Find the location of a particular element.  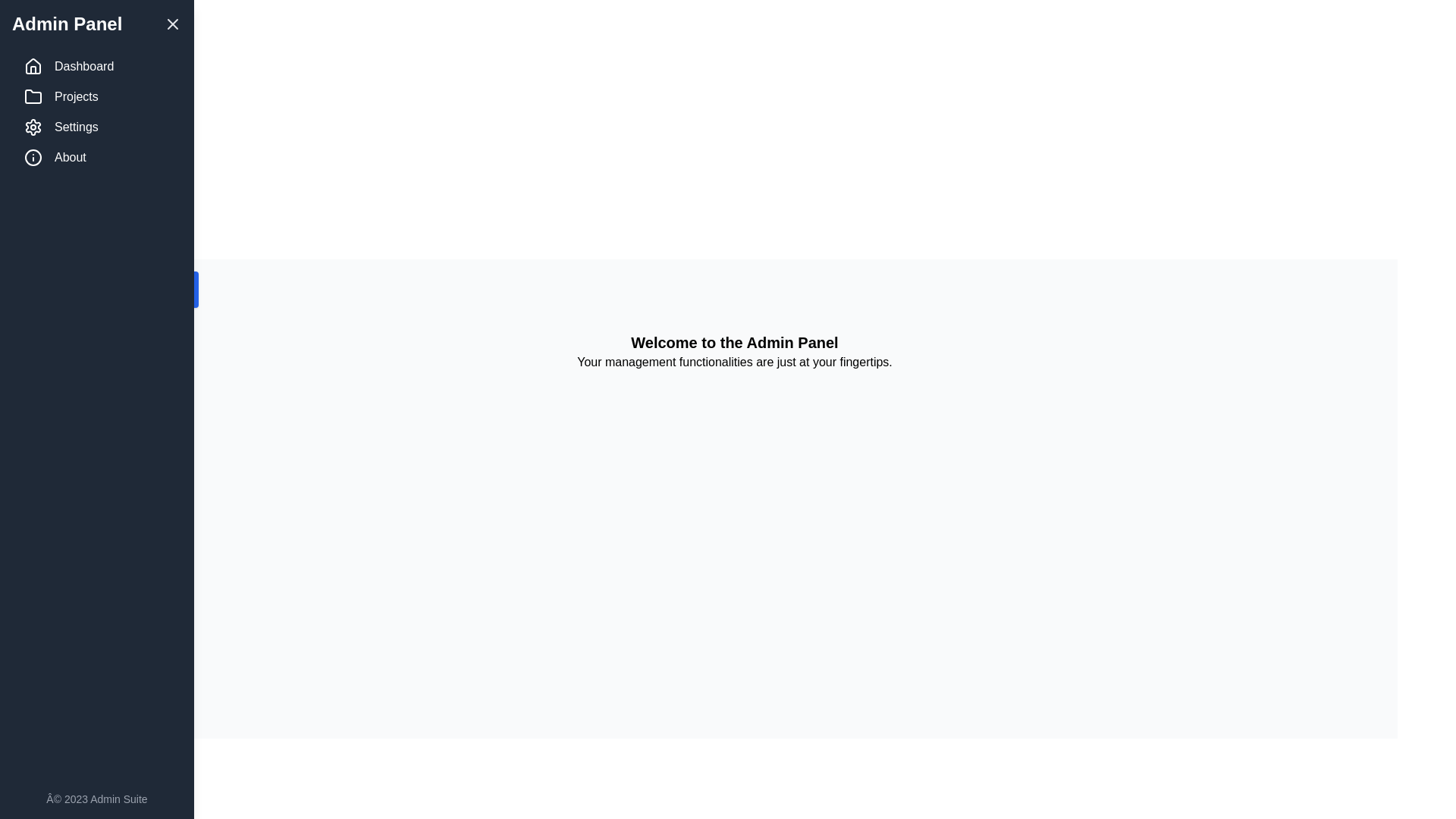

the static text element labeled 'Admin Panel' which is positioned at the top-left corner of the sidebar in bold large font is located at coordinates (66, 24).